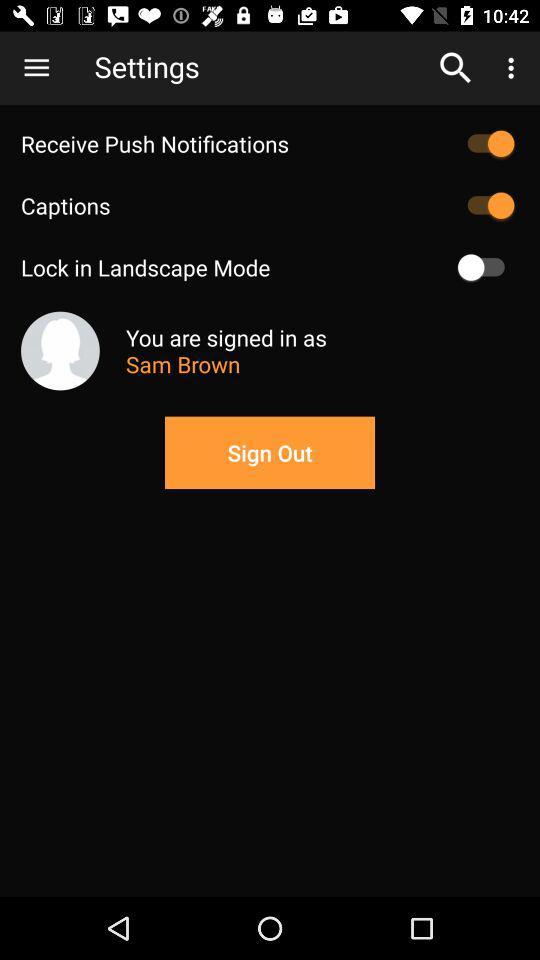  What do you see at coordinates (485, 142) in the screenshot?
I see `on push notifications` at bounding box center [485, 142].